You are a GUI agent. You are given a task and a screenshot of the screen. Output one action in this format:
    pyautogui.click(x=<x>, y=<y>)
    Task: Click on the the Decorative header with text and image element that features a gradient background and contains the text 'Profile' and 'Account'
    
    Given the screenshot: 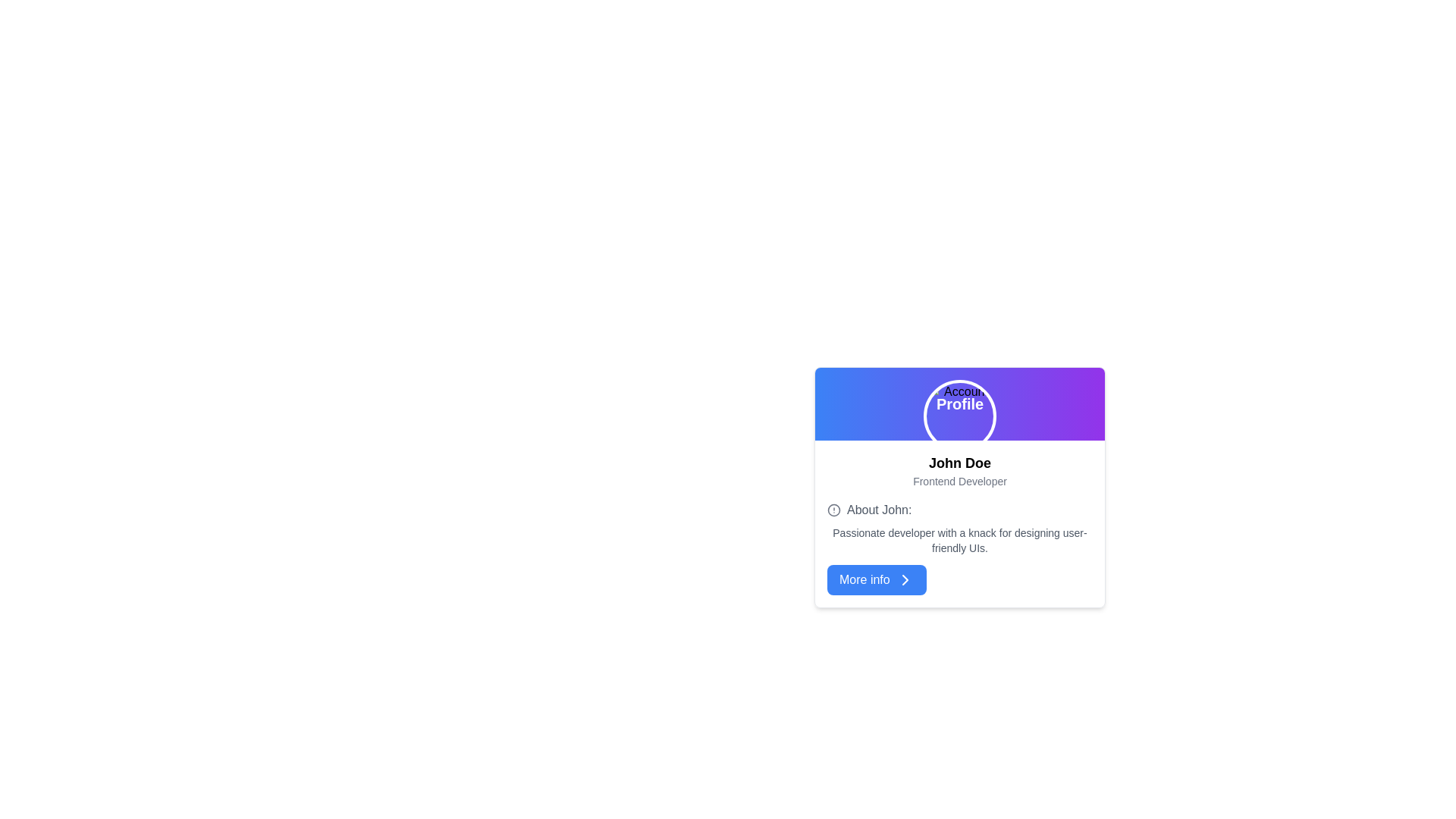 What is the action you would take?
    pyautogui.click(x=959, y=403)
    